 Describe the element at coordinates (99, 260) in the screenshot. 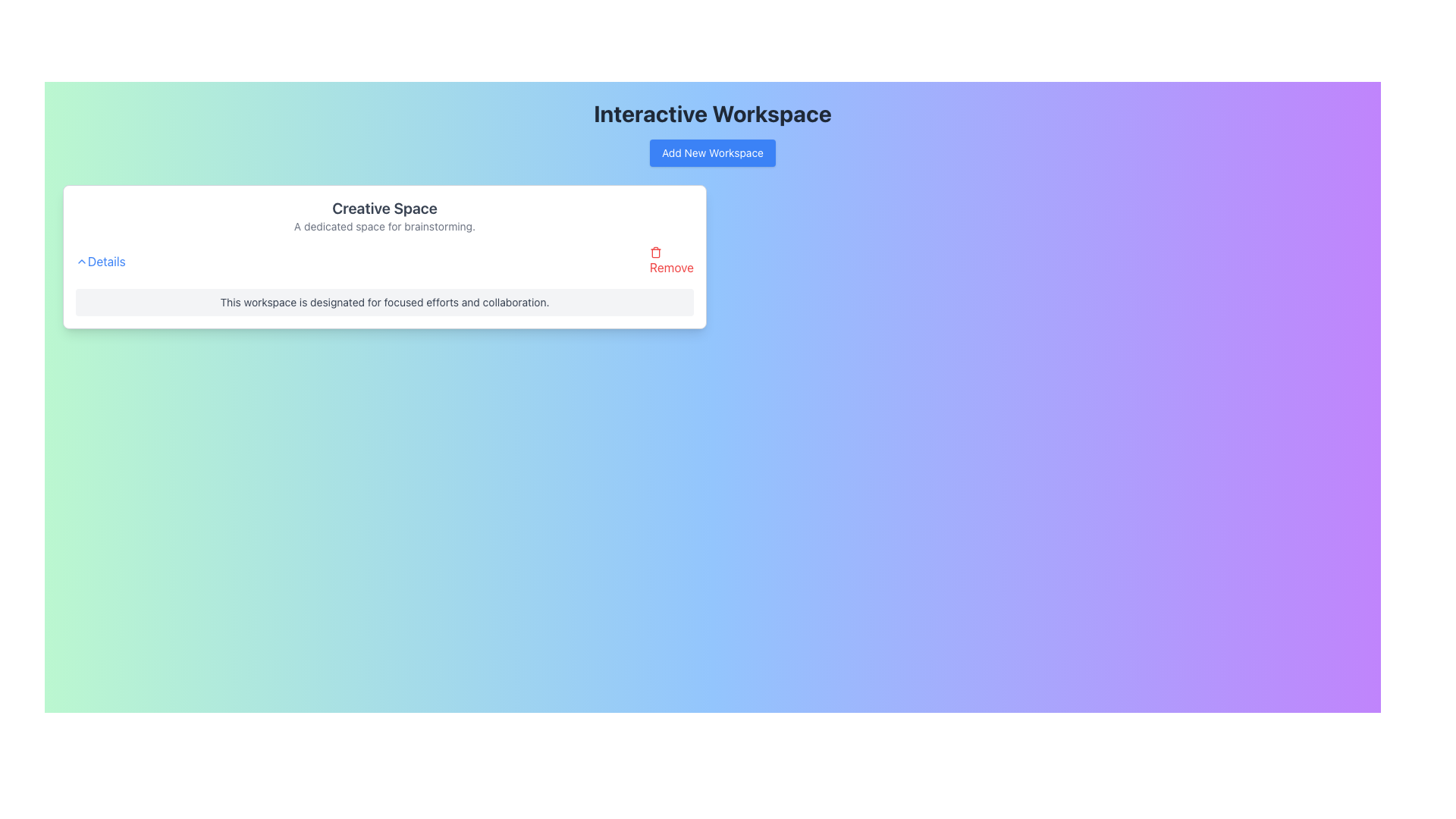

I see `the 'Details' text label styled in blue with a small chevron pointing up to its left` at that location.